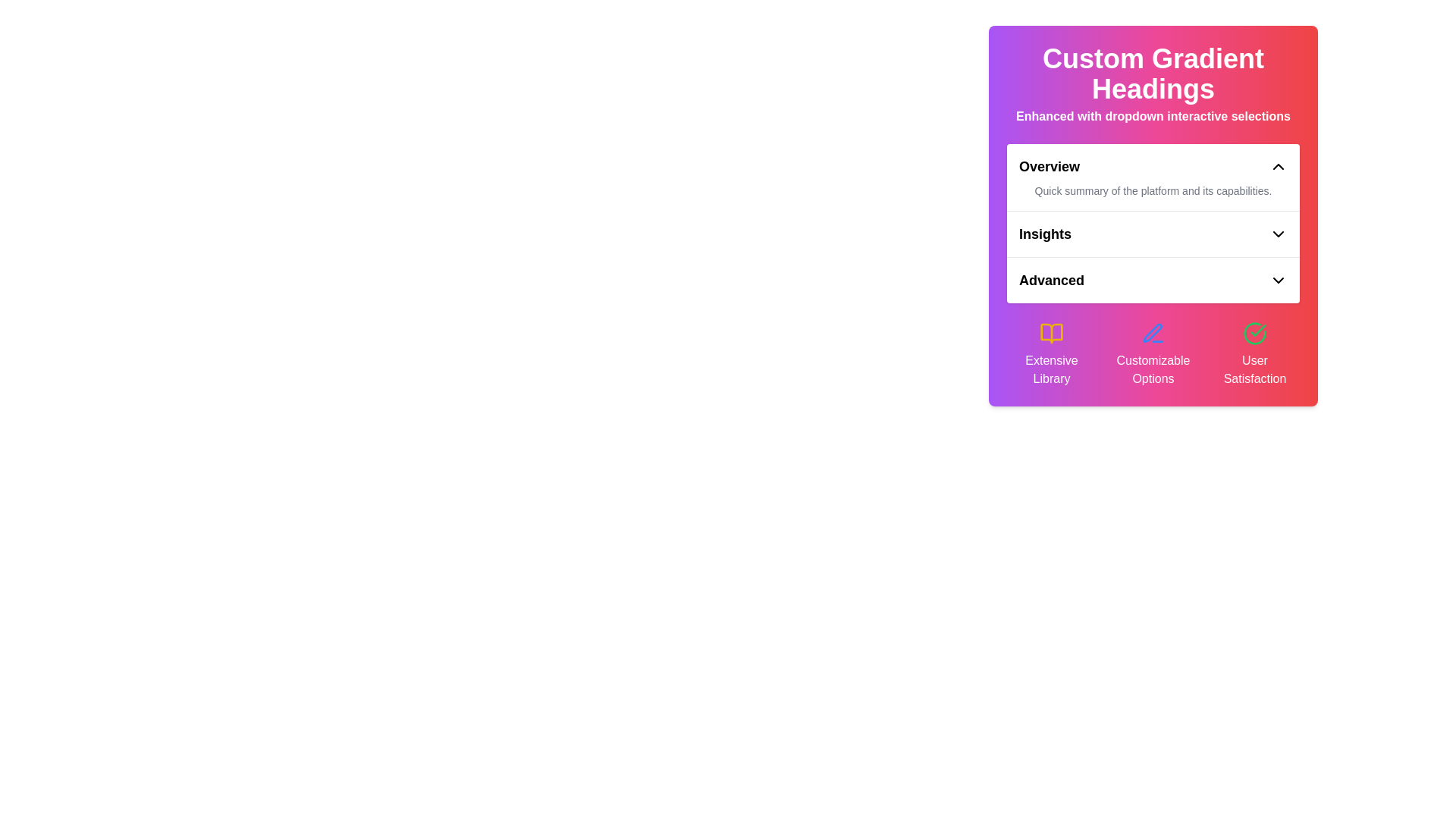 The width and height of the screenshot is (1456, 819). What do you see at coordinates (1153, 234) in the screenshot?
I see `the Dropdown button that toggles the 'Insights' menu, located in the middle of the white section labeled 'Overview' within the purple gradient-paneled interface` at bounding box center [1153, 234].